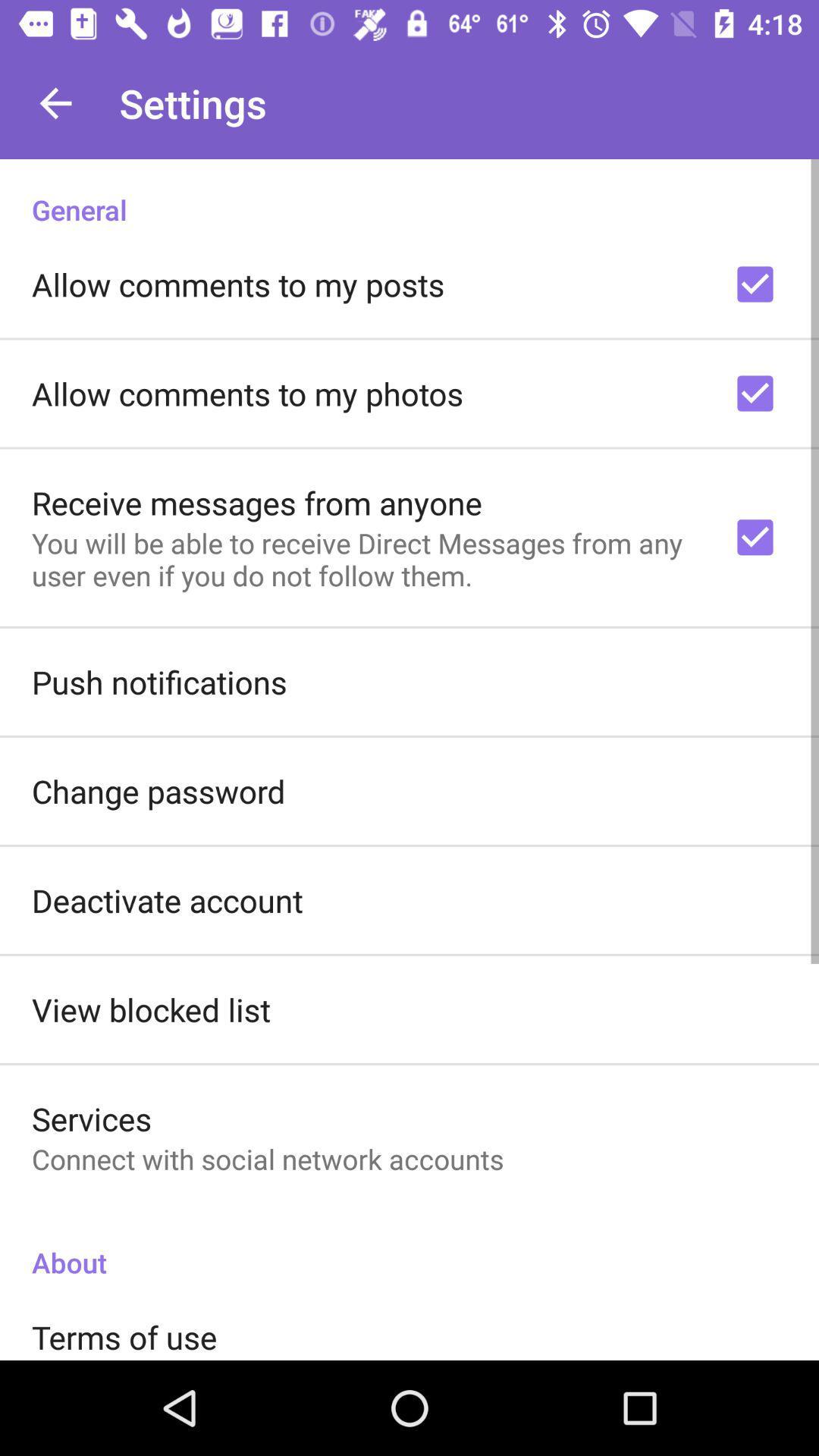 The height and width of the screenshot is (1456, 819). Describe the element at coordinates (362, 558) in the screenshot. I see `you will be icon` at that location.